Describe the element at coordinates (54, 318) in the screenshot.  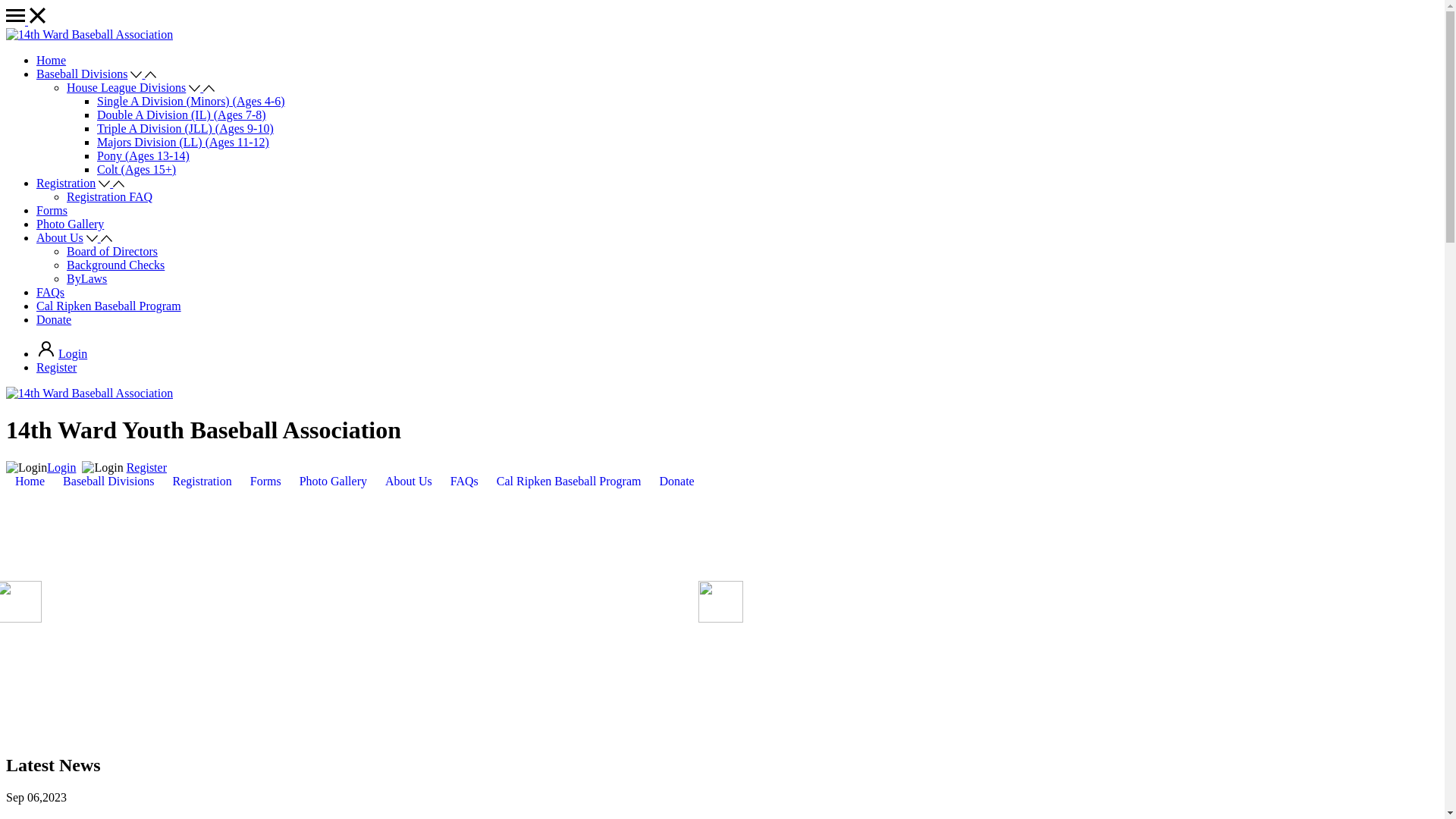
I see `'Donate'` at that location.